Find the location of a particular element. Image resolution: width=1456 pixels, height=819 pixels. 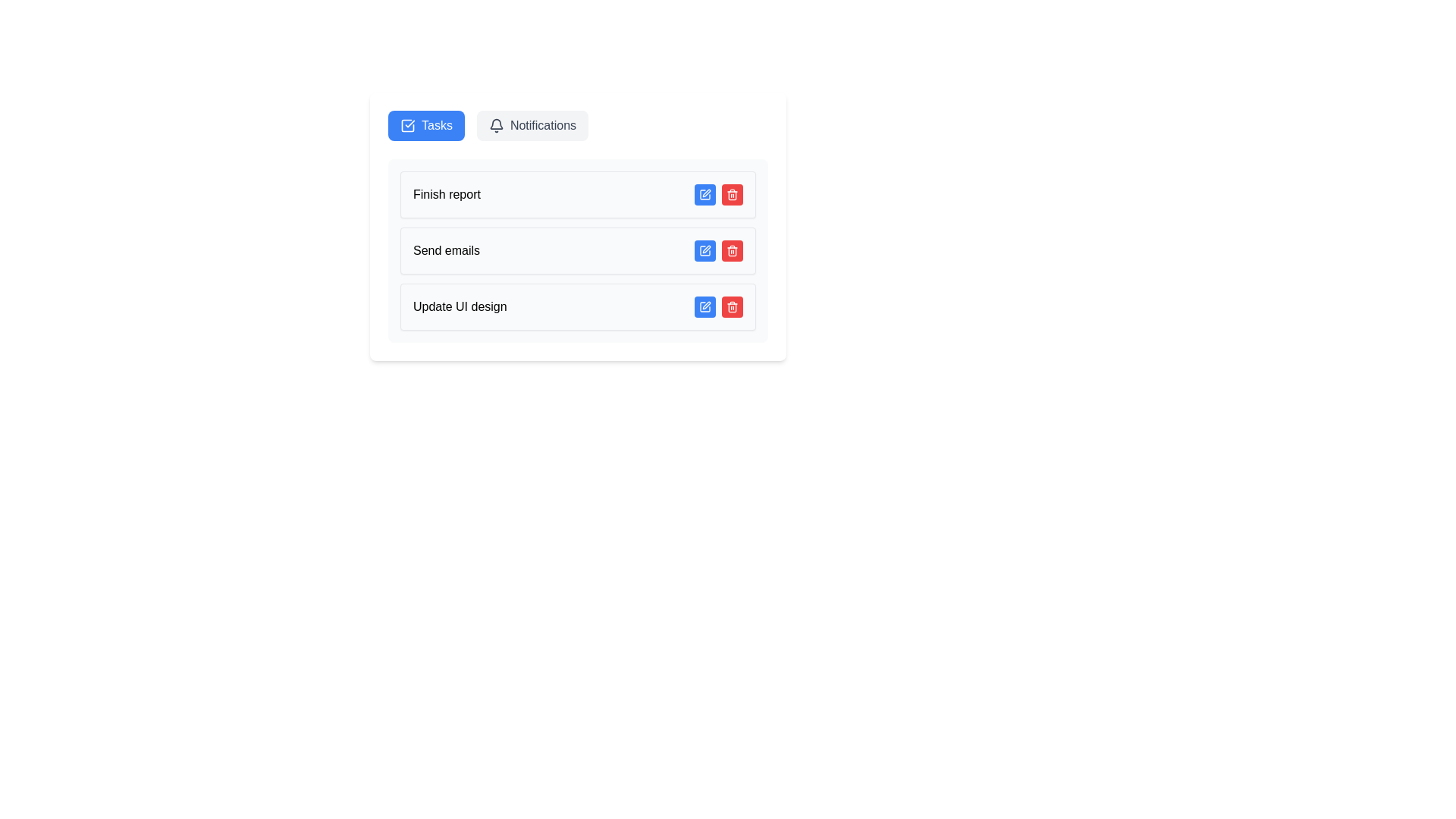

the delete button located in the group of buttons on the right side of the 'Send emails' task item row, which is the second button following a blue pen icon, to trigger a visual response is located at coordinates (732, 250).